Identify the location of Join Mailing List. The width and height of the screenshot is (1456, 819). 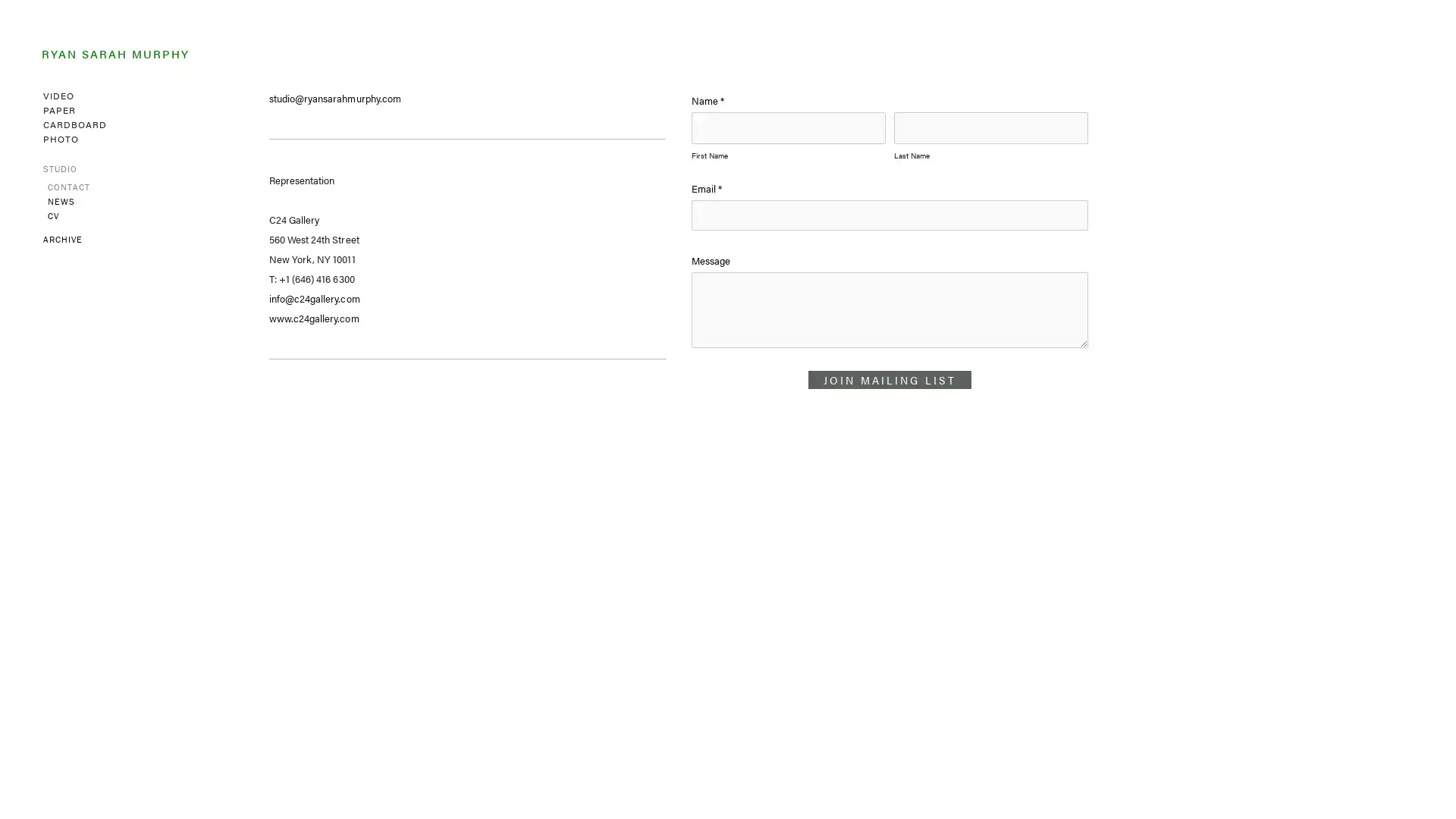
(890, 379).